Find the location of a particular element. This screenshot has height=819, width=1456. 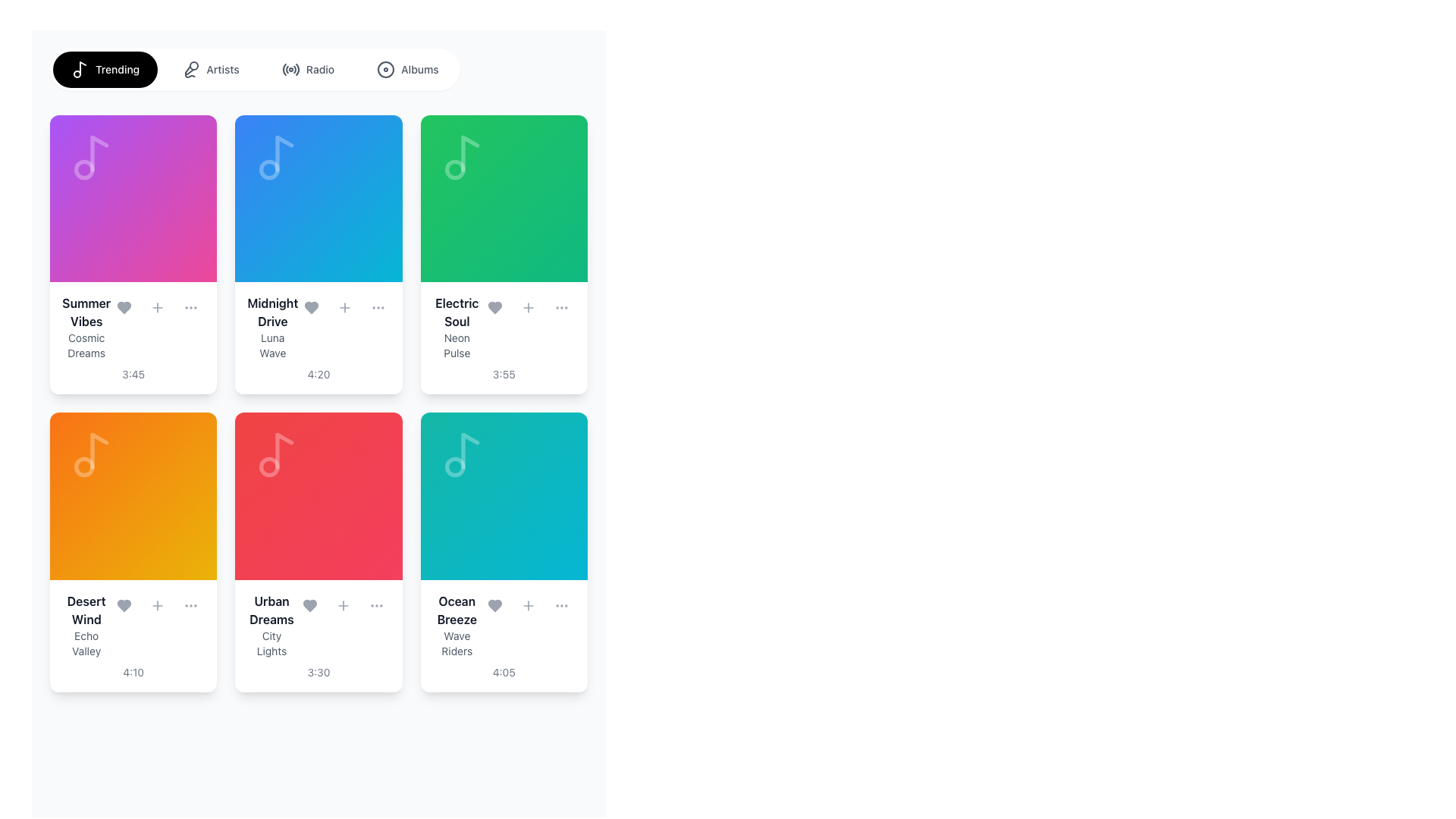

the time duration text displaying '4:10' located beneath 'Echo Valley' within the card titled 'Desert Wind' is located at coordinates (133, 671).